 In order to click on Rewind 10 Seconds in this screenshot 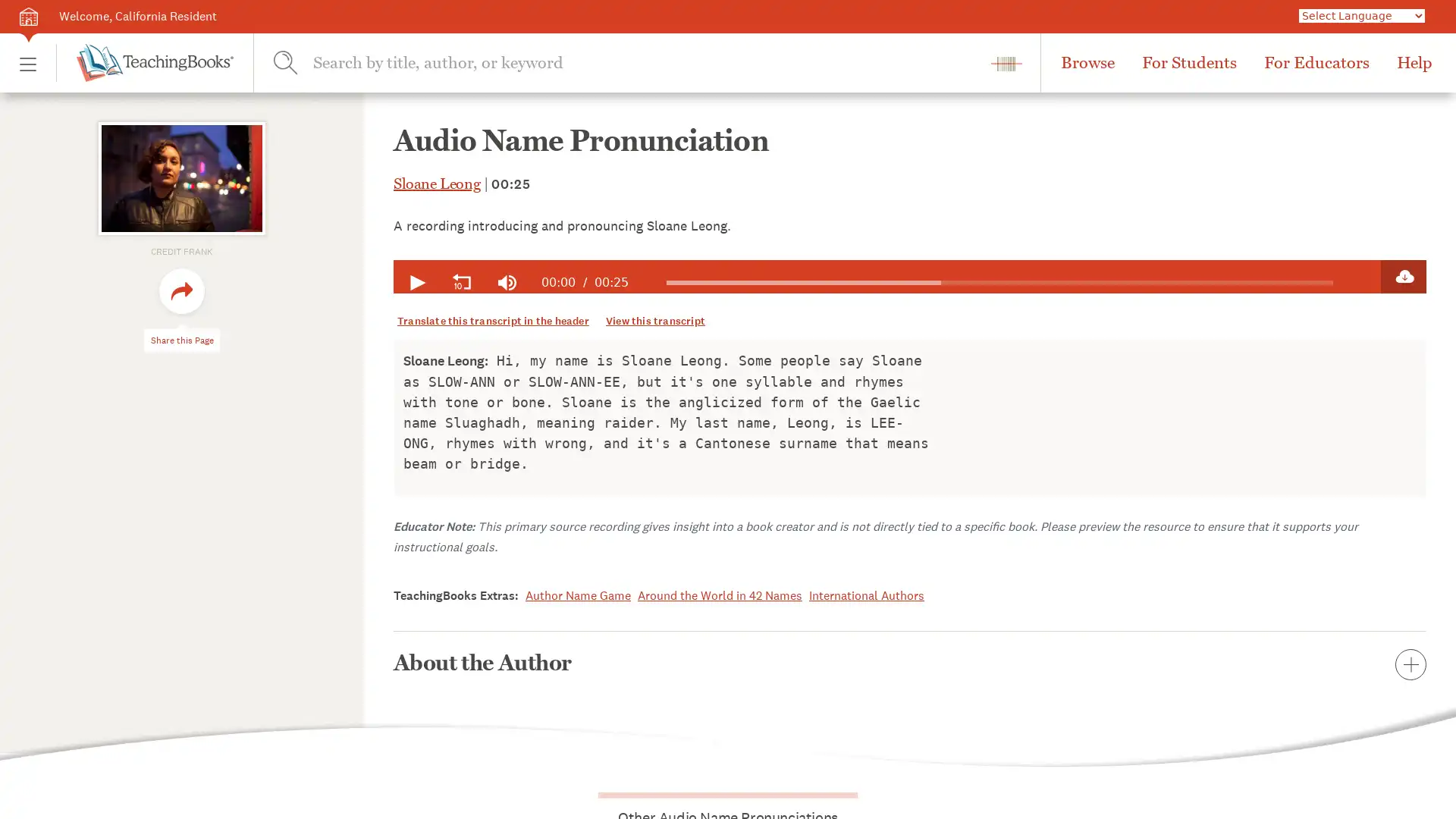, I will do `click(461, 283)`.